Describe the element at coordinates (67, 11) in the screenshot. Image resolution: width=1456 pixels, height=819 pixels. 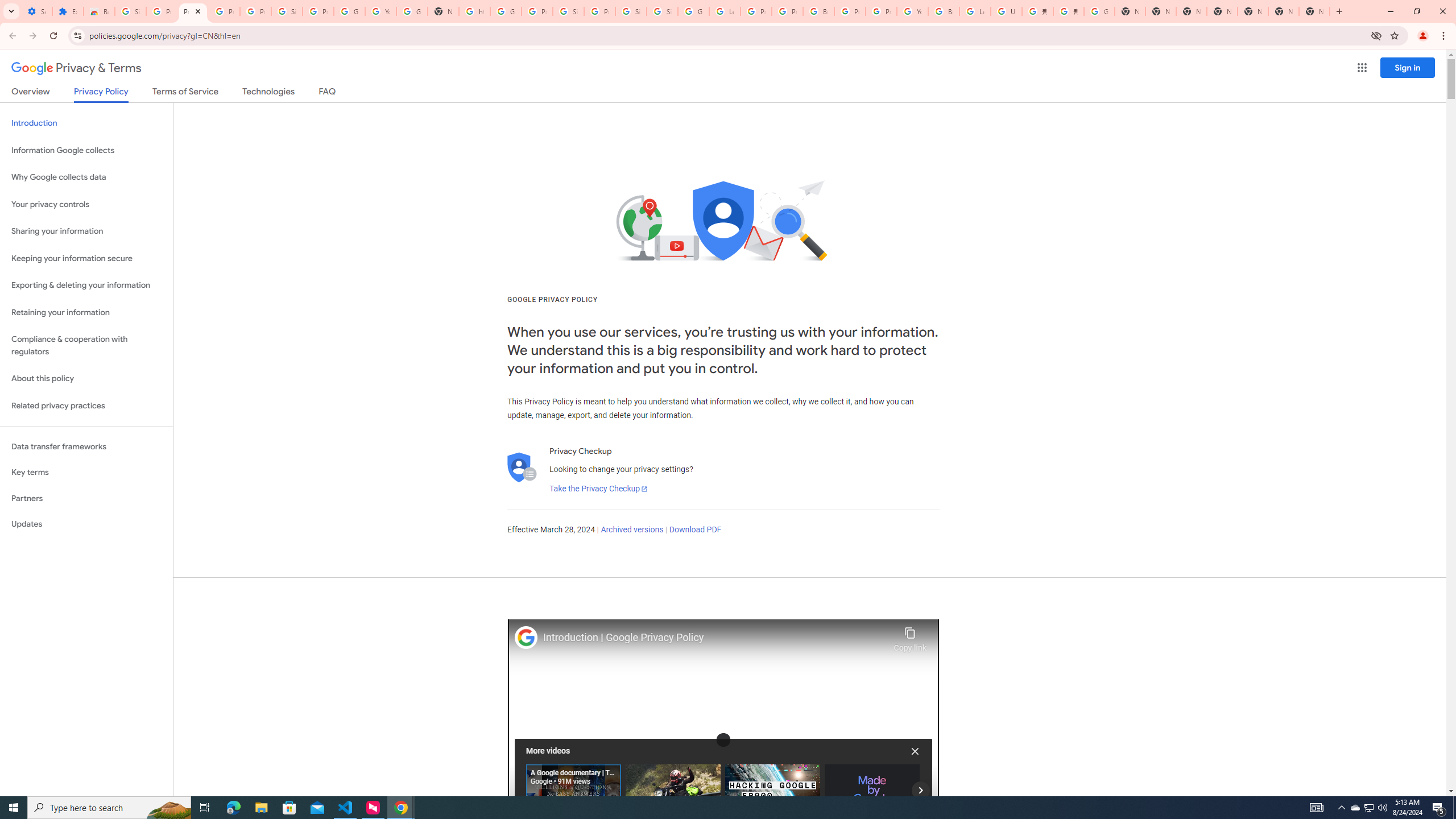
I see `'Extensions'` at that location.